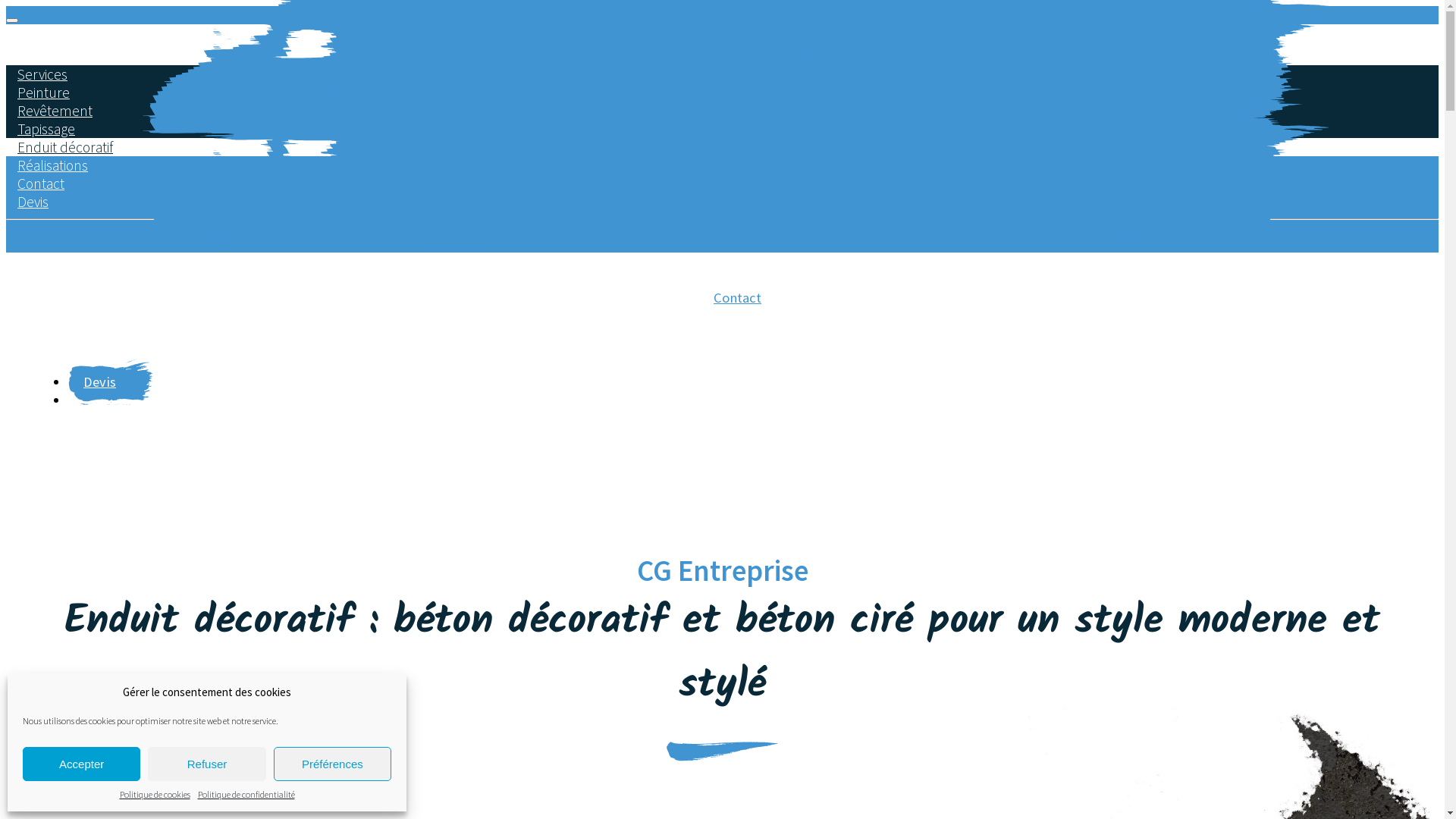  What do you see at coordinates (155, 793) in the screenshot?
I see `'Politique de cookies'` at bounding box center [155, 793].